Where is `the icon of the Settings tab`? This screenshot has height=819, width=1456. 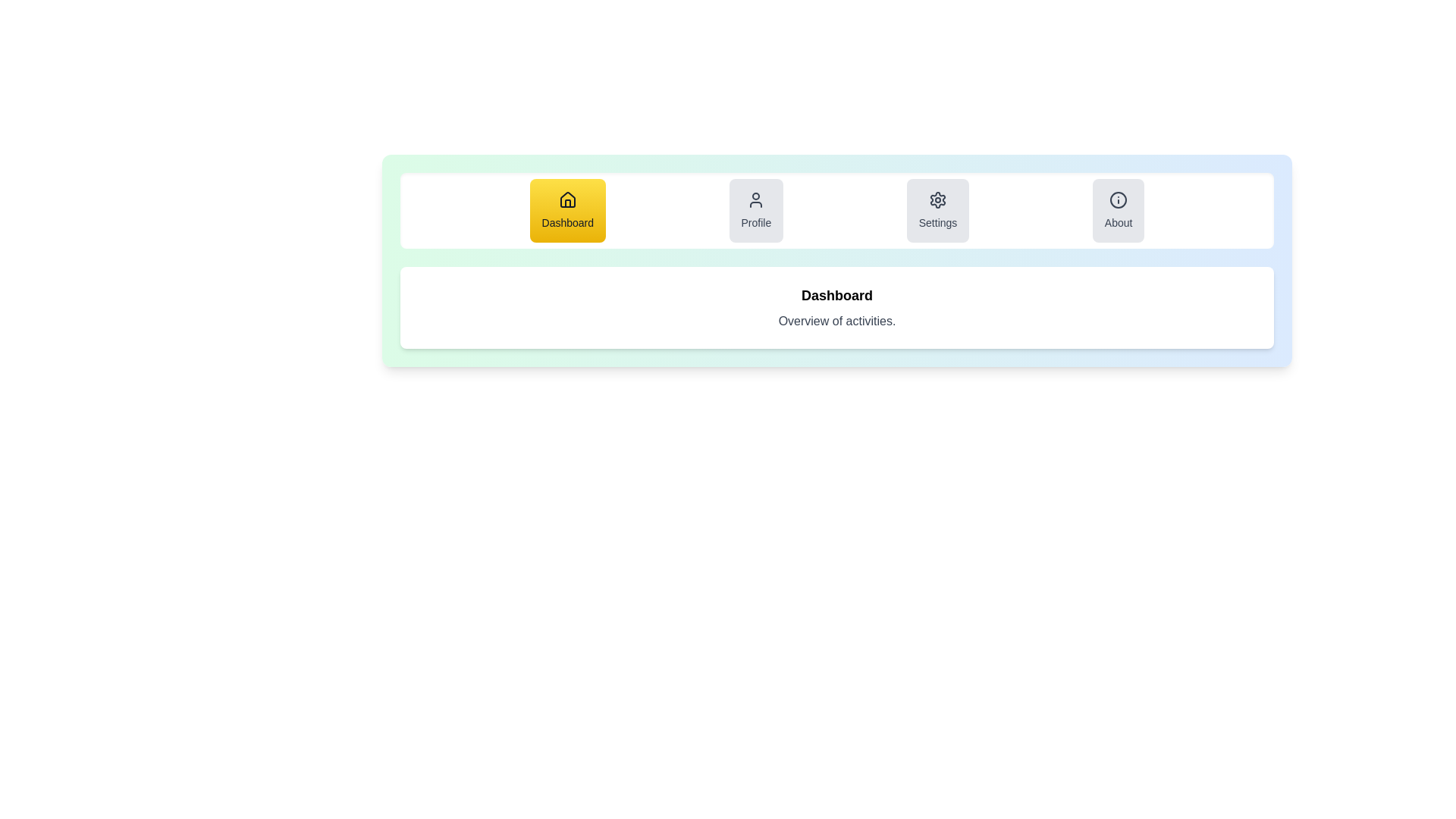 the icon of the Settings tab is located at coordinates (937, 199).